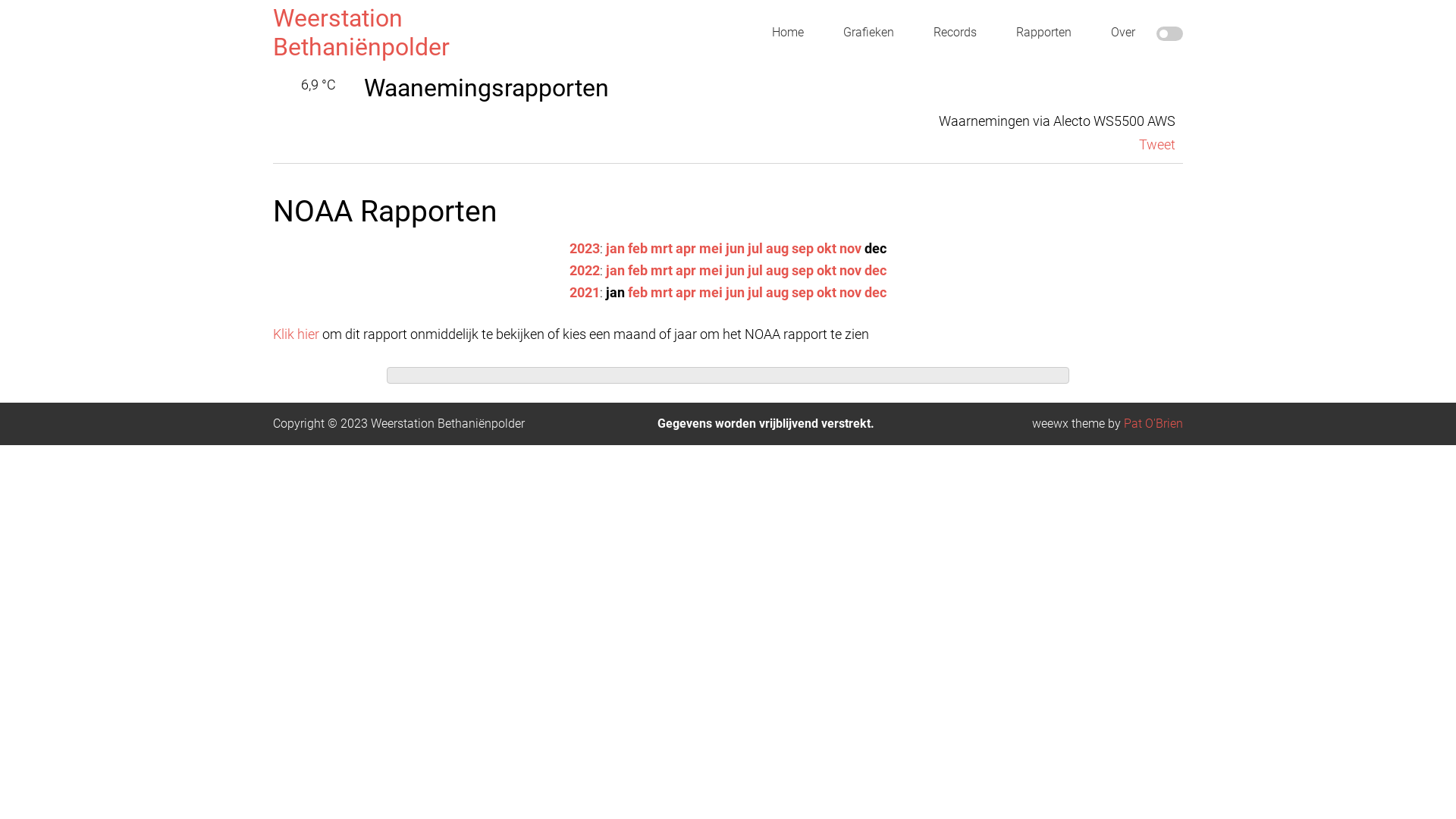 This screenshot has height=819, width=1456. Describe the element at coordinates (1153, 423) in the screenshot. I see `'Pat O'Brien'` at that location.